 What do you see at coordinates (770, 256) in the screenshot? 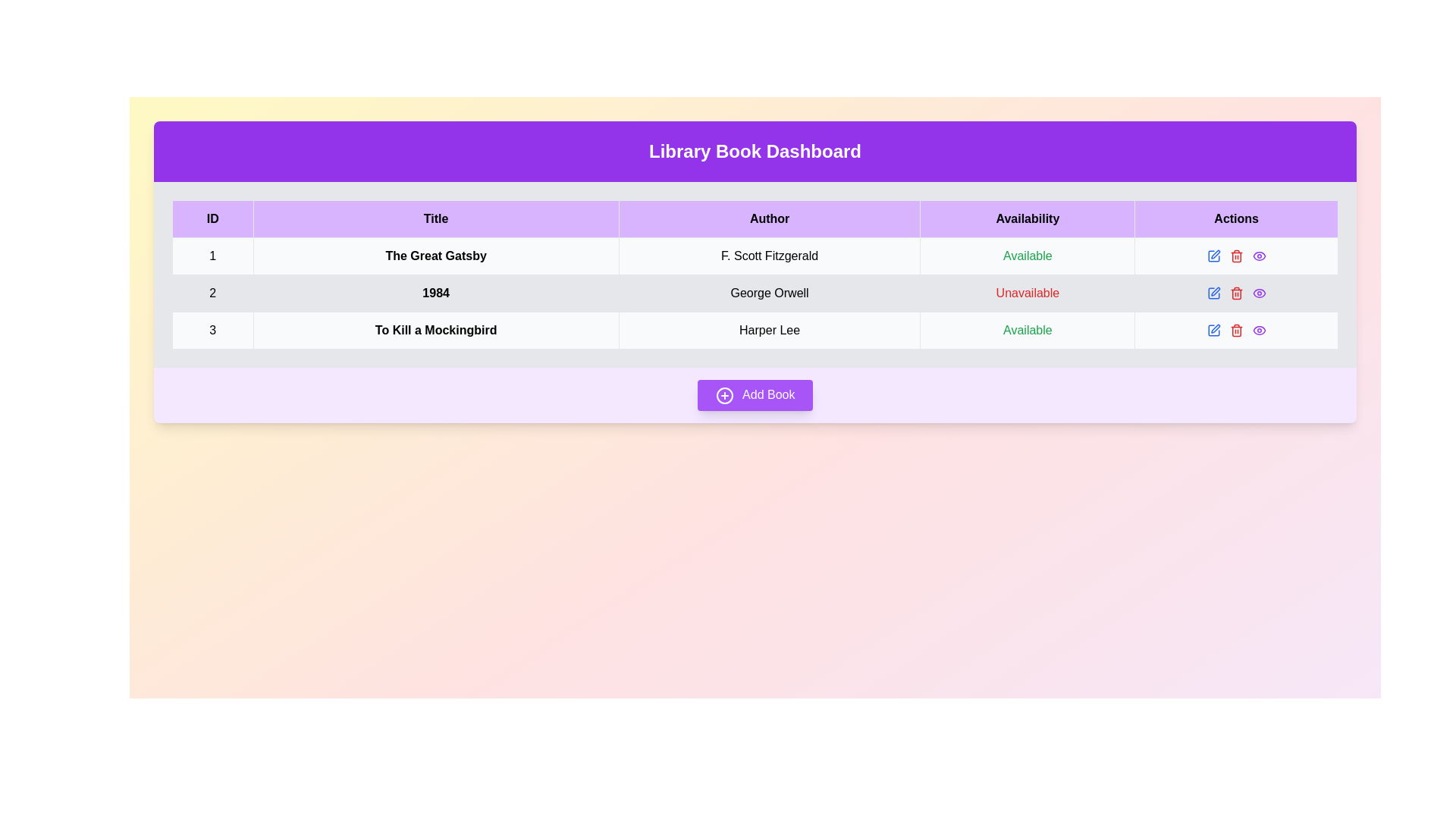
I see `the TextDisplay element displaying 'F. Scott Fitzgerald' in the third column of the first row of the data table` at bounding box center [770, 256].